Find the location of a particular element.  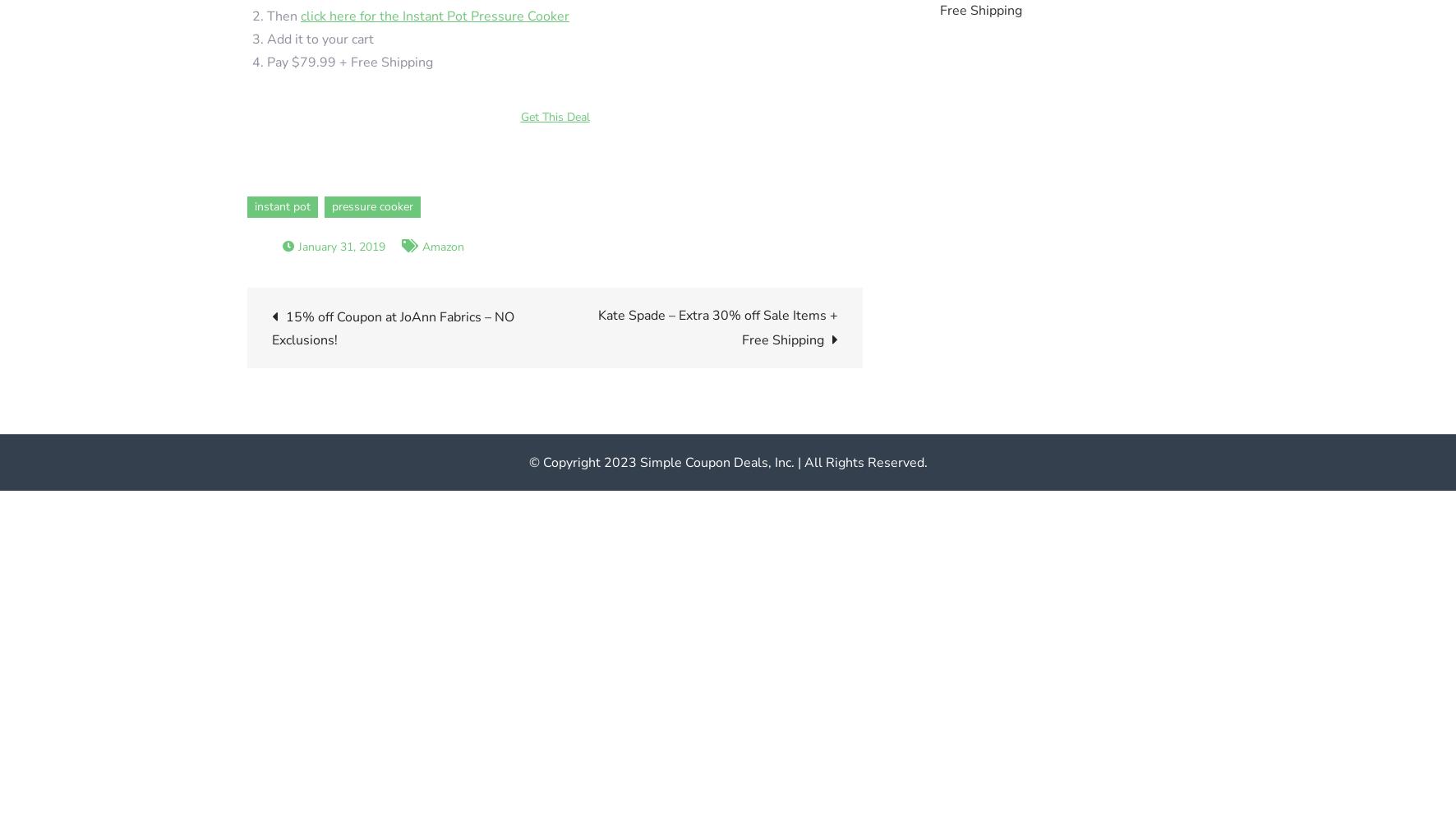

'Add it to your cart' is located at coordinates (320, 39).